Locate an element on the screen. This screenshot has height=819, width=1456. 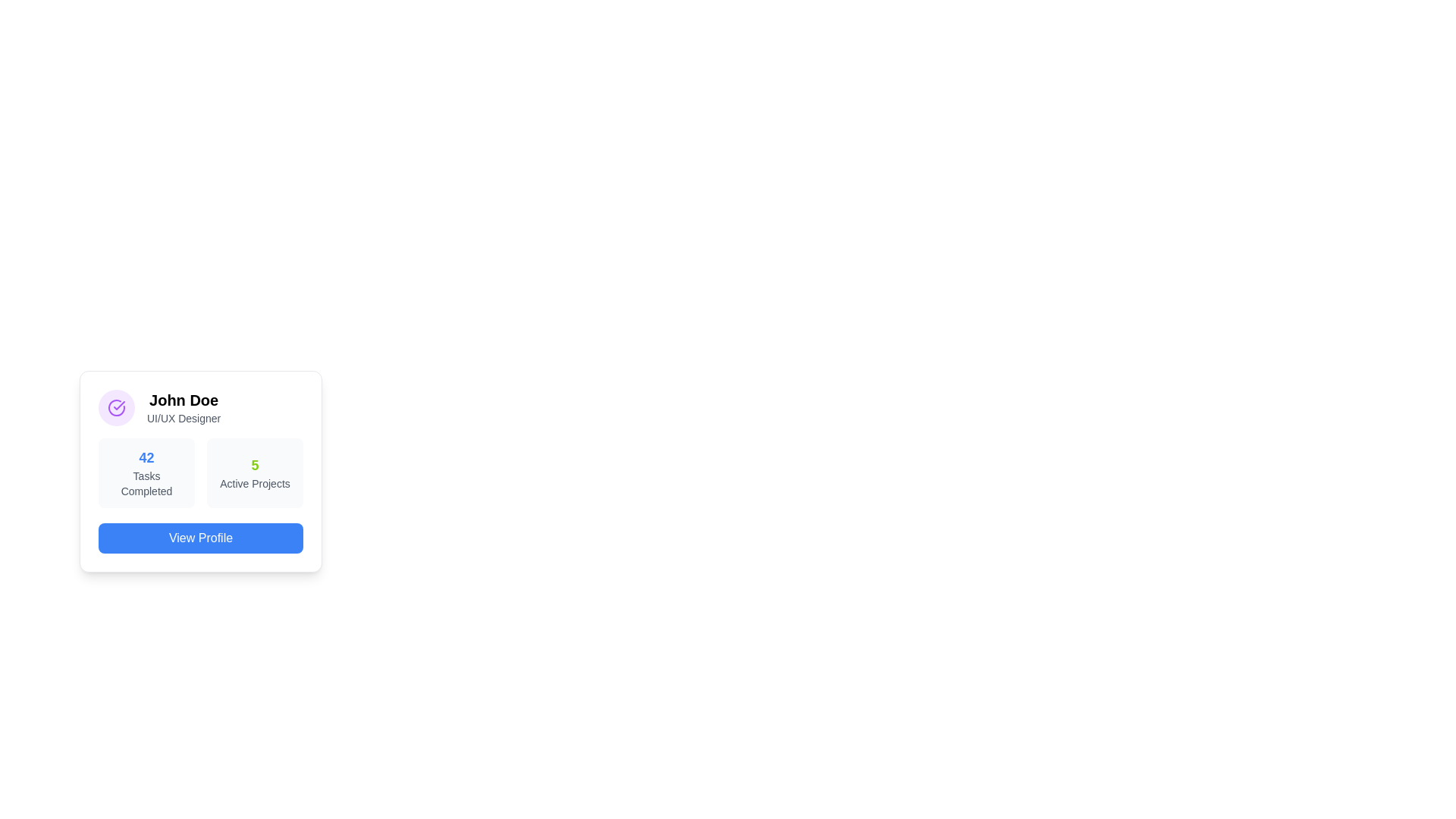
the Information Display Panel located in the bottom right section of the card that shows the number of active projects is located at coordinates (255, 472).